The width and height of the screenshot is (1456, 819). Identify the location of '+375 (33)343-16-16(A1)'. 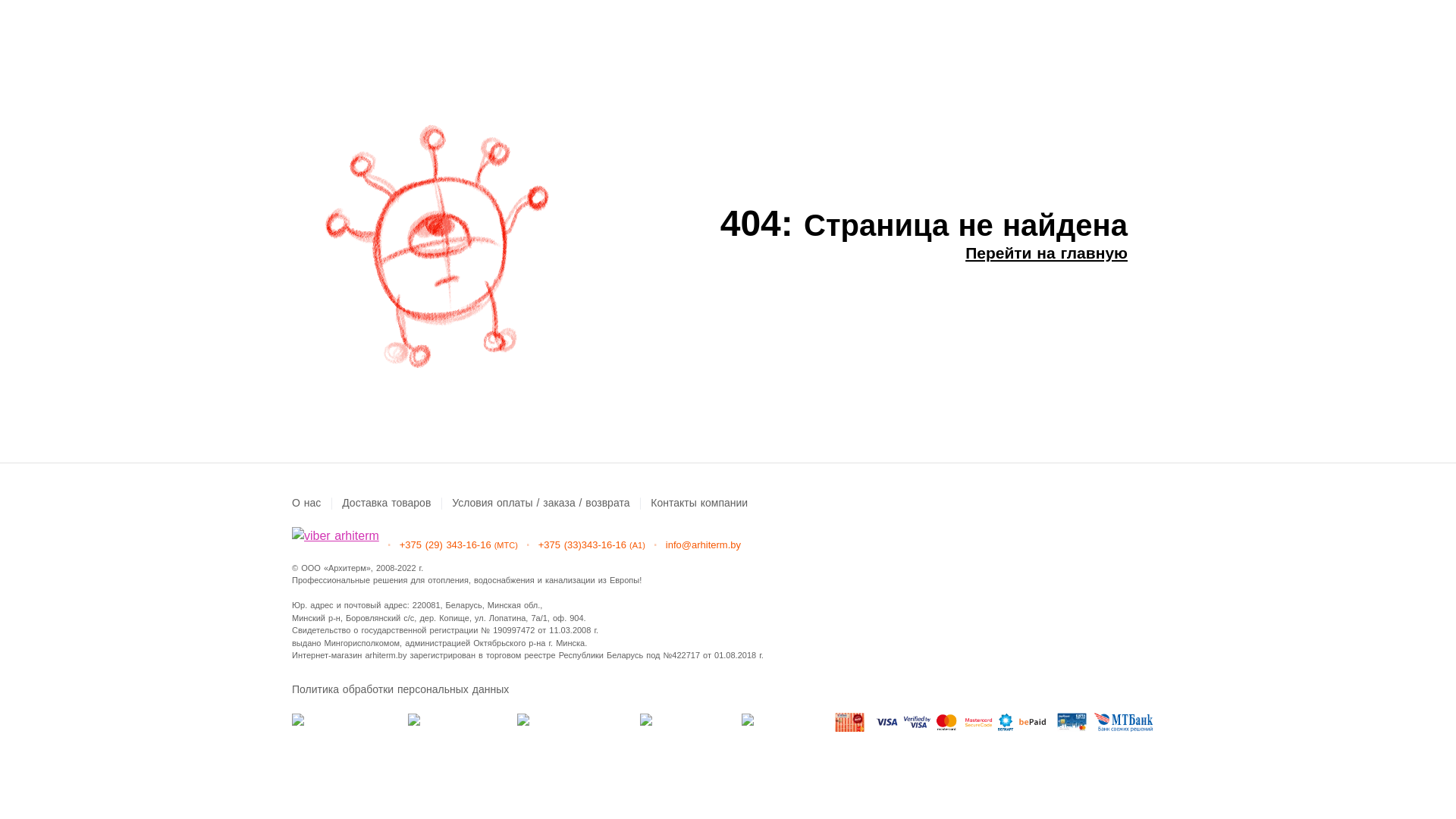
(591, 544).